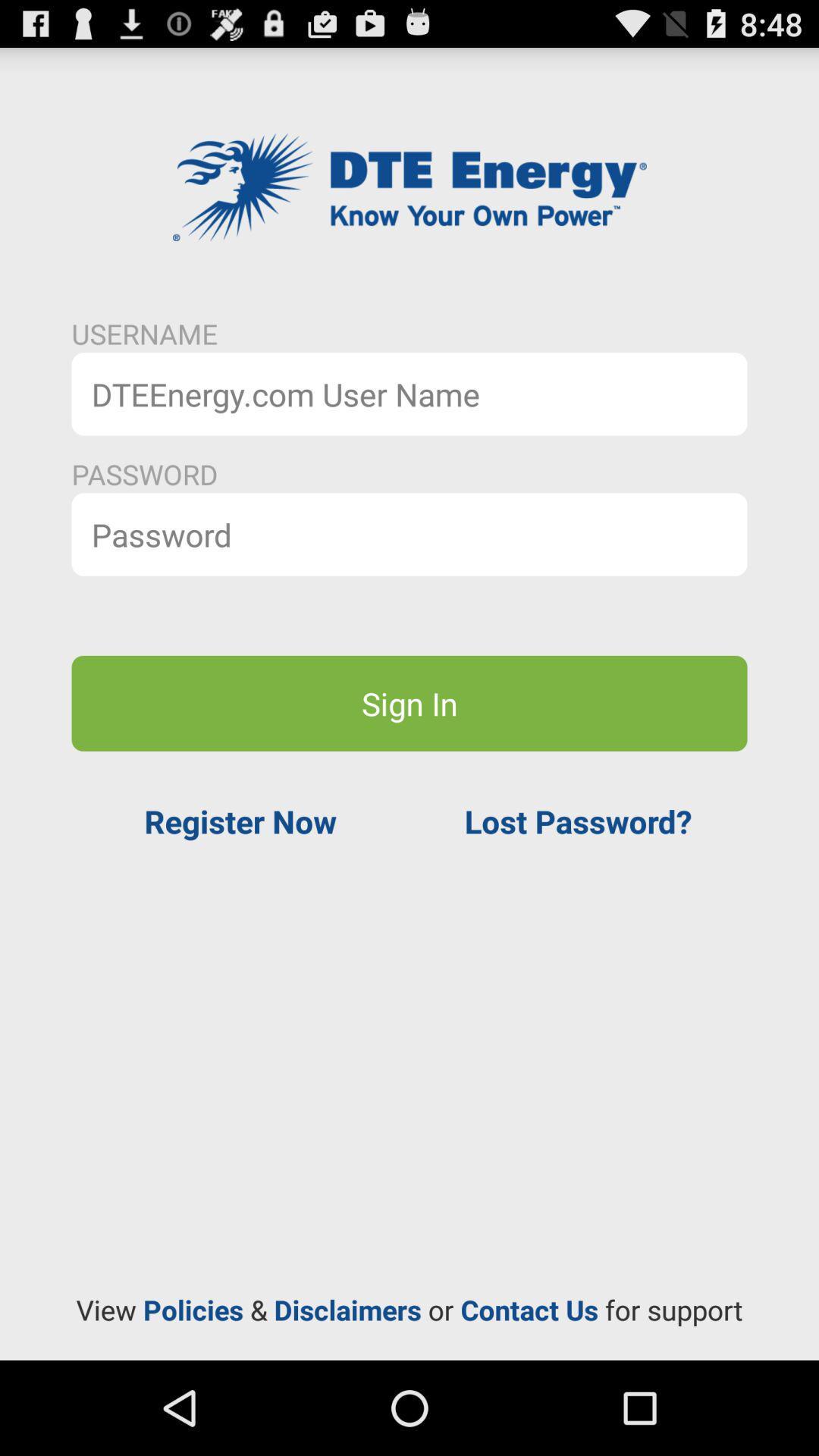 This screenshot has height=1456, width=819. I want to click on the item above the view policies disclaimers app, so click(578, 821).